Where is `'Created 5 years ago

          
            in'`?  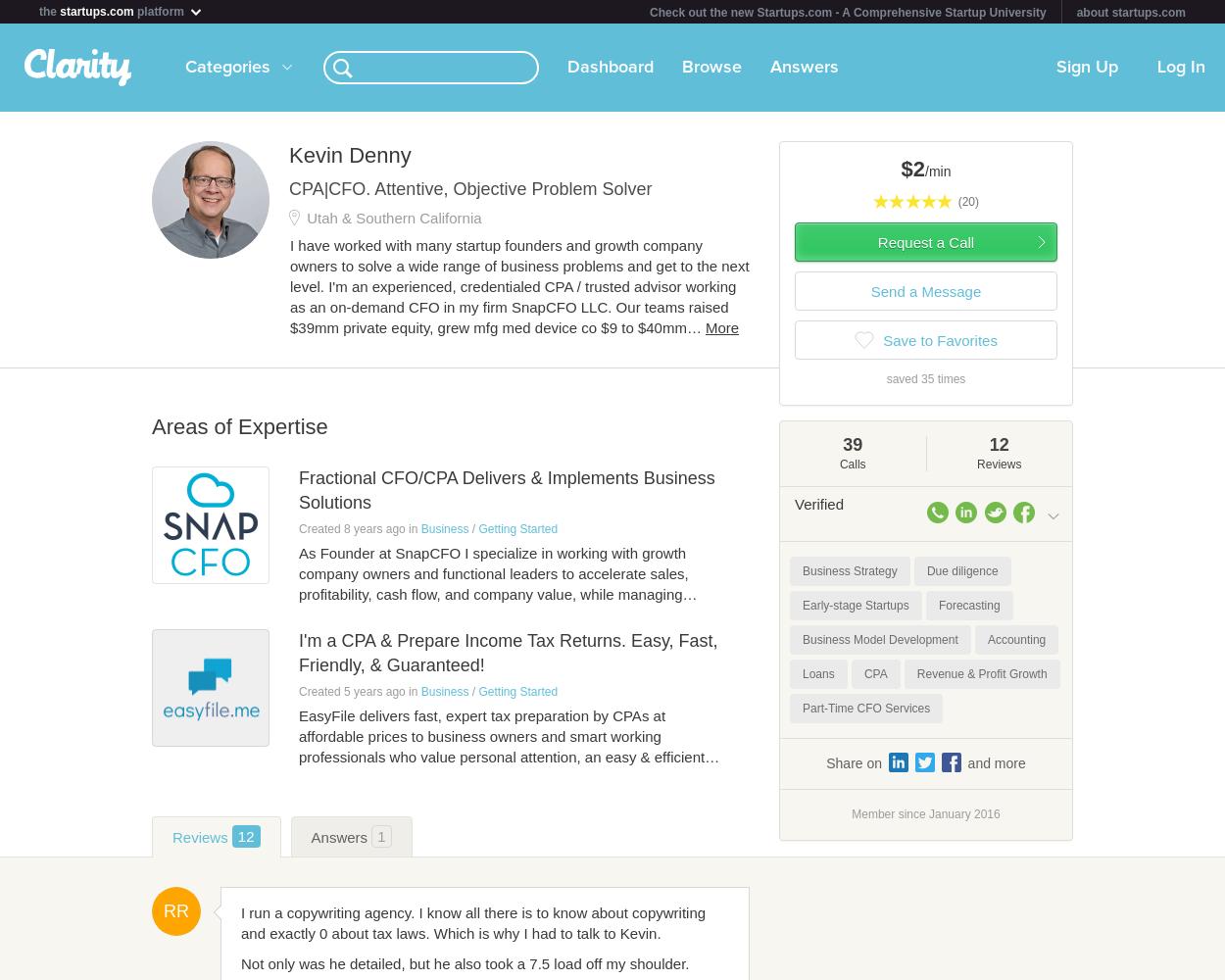
'Created 5 years ago

          
            in' is located at coordinates (299, 691).